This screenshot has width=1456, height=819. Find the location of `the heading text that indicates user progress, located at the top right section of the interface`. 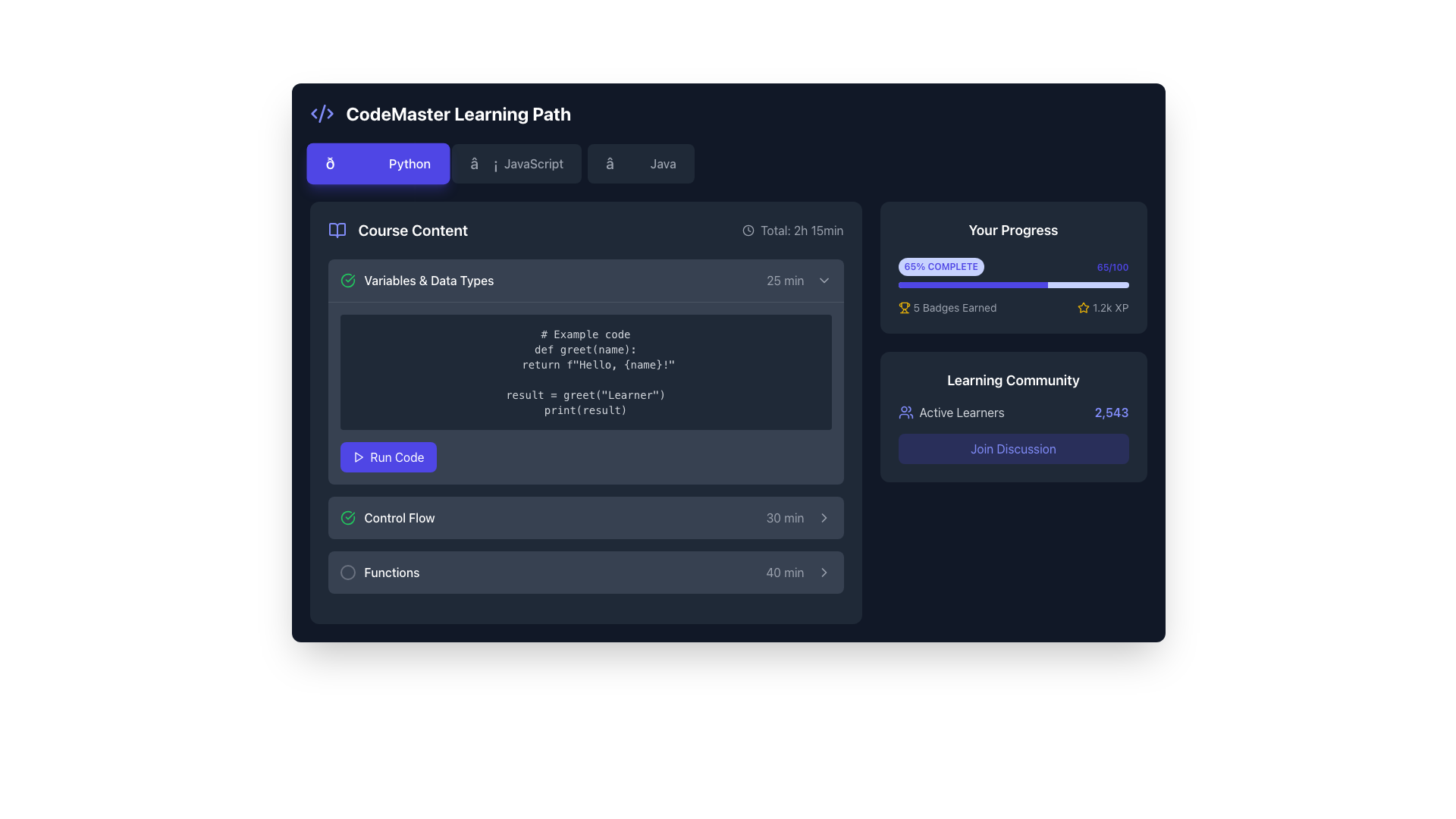

the heading text that indicates user progress, located at the top right section of the interface is located at coordinates (1013, 231).